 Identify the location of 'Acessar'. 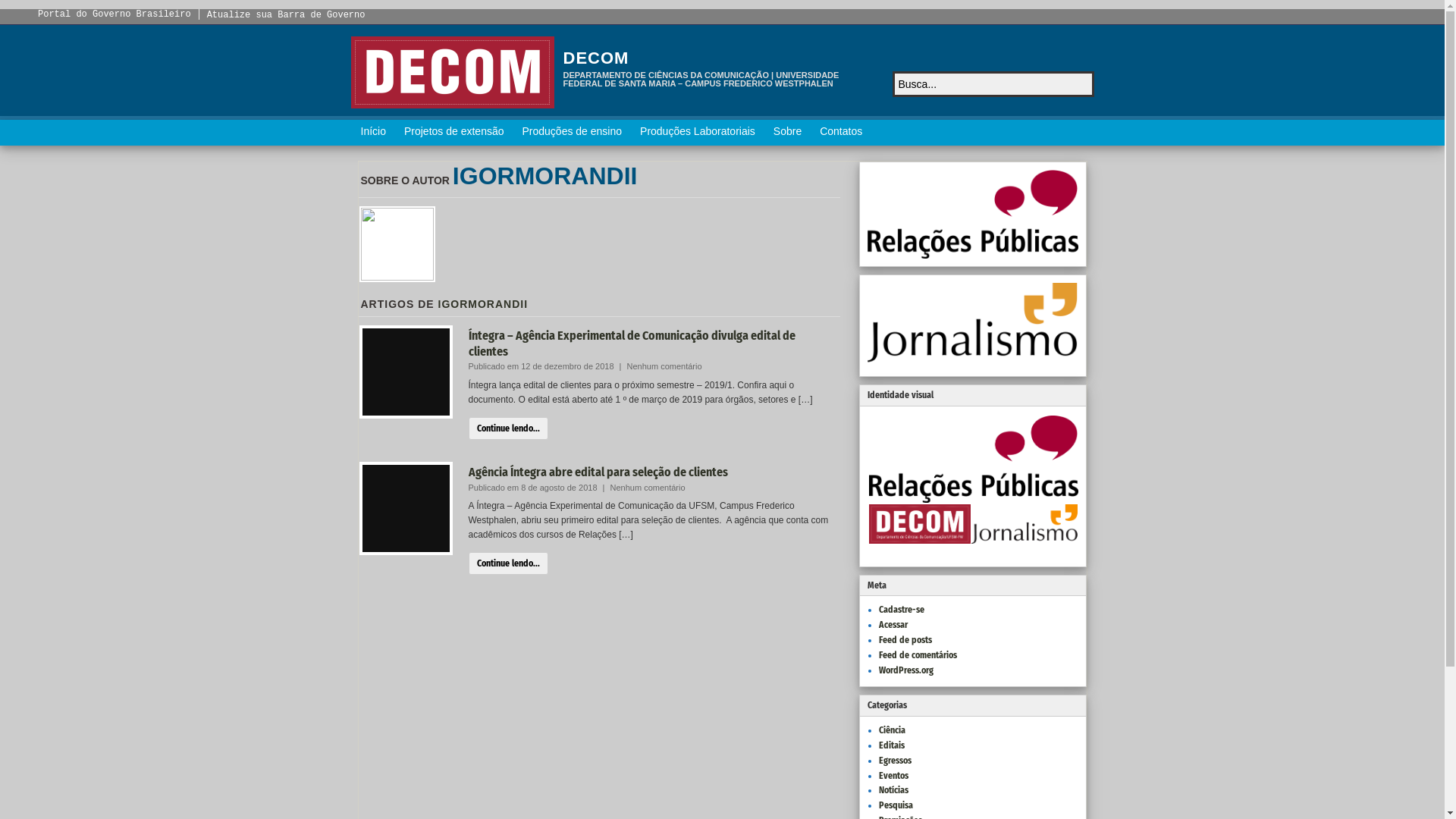
(877, 625).